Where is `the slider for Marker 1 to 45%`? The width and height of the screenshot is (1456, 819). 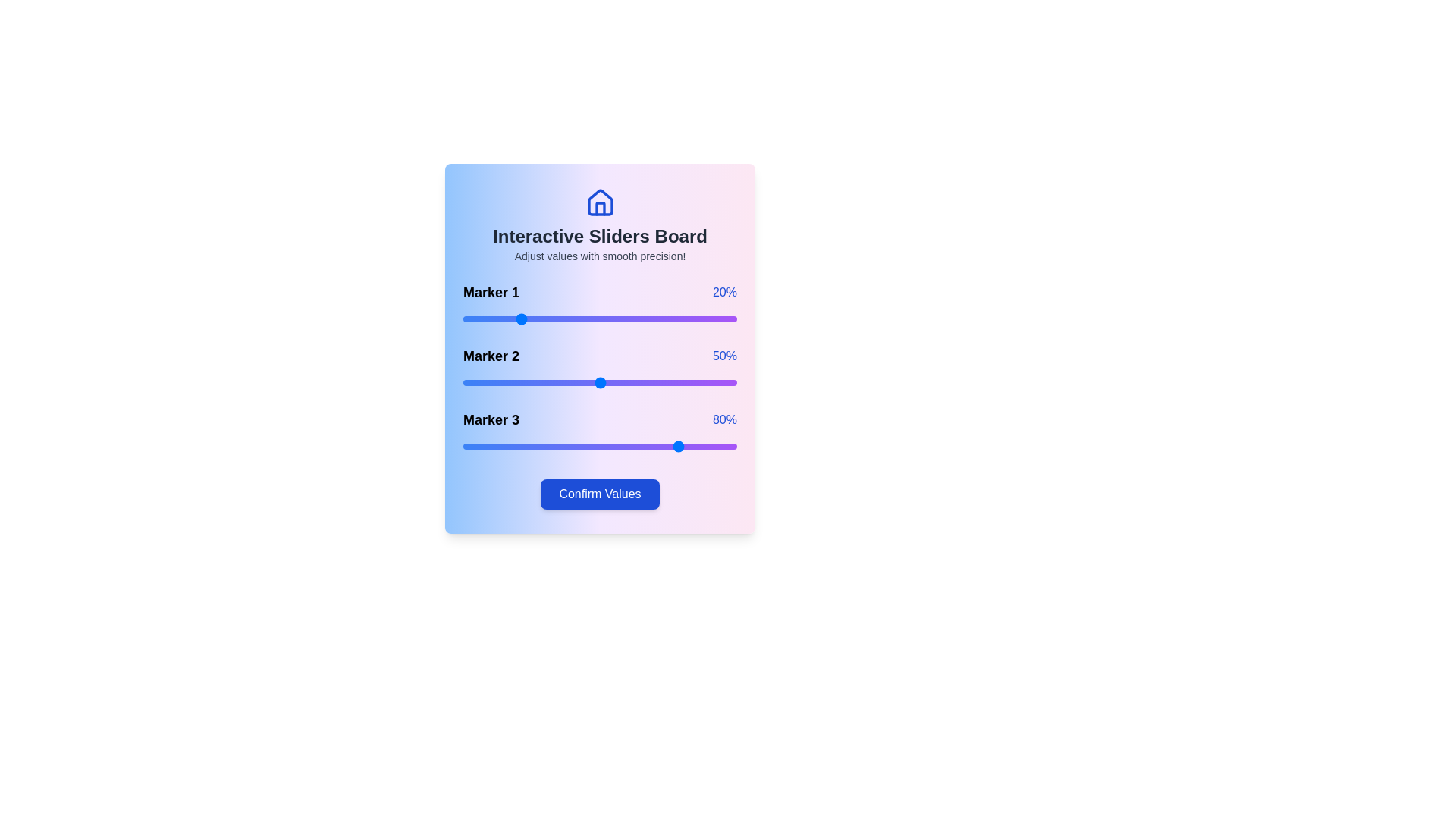 the slider for Marker 1 to 45% is located at coordinates (585, 318).